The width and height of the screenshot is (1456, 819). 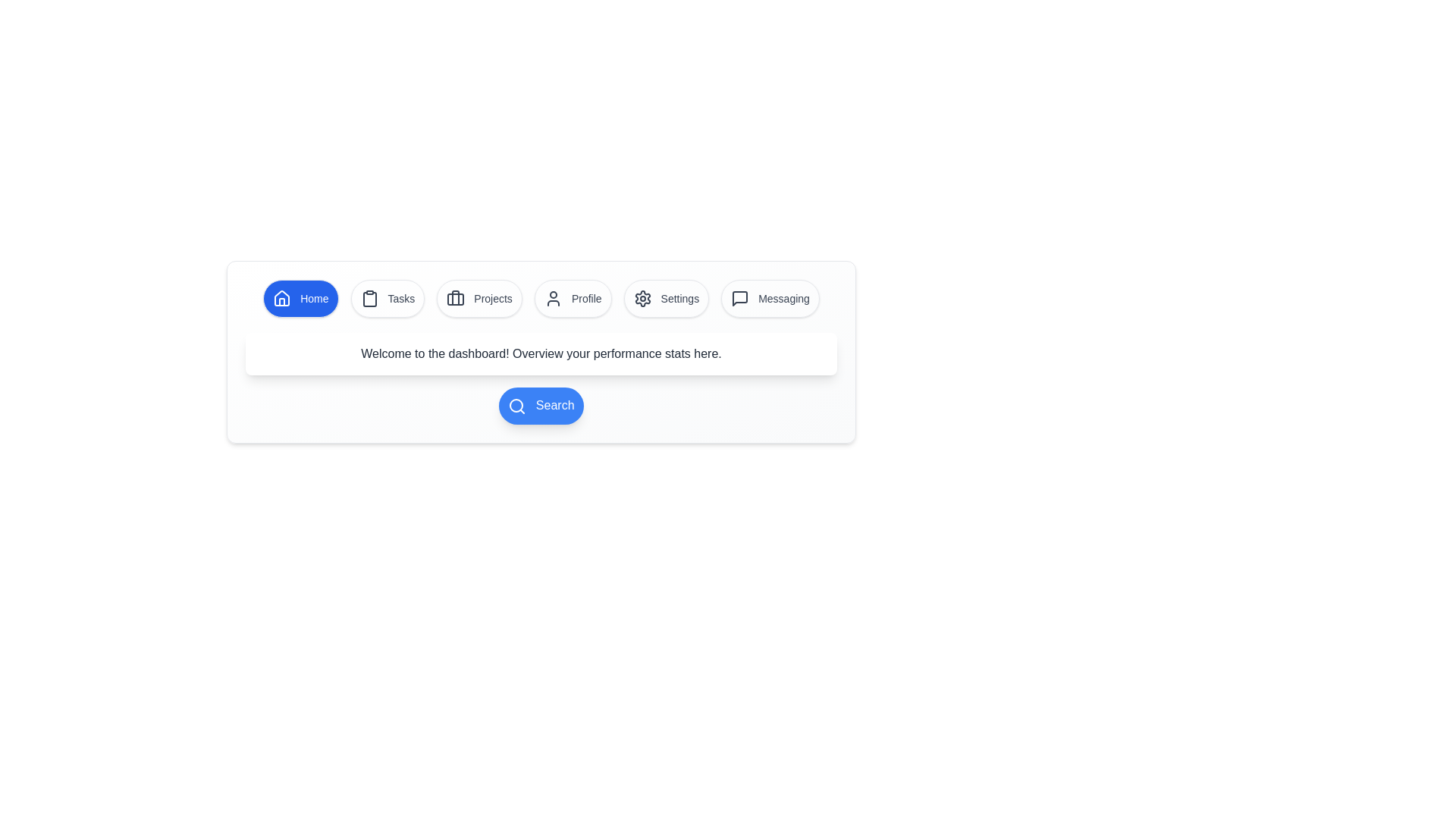 What do you see at coordinates (479, 298) in the screenshot?
I see `the 'Projects' button located in the horizontal navigation bar, which is the third button from the left, positioned between 'Tasks' and 'Profile'` at bounding box center [479, 298].